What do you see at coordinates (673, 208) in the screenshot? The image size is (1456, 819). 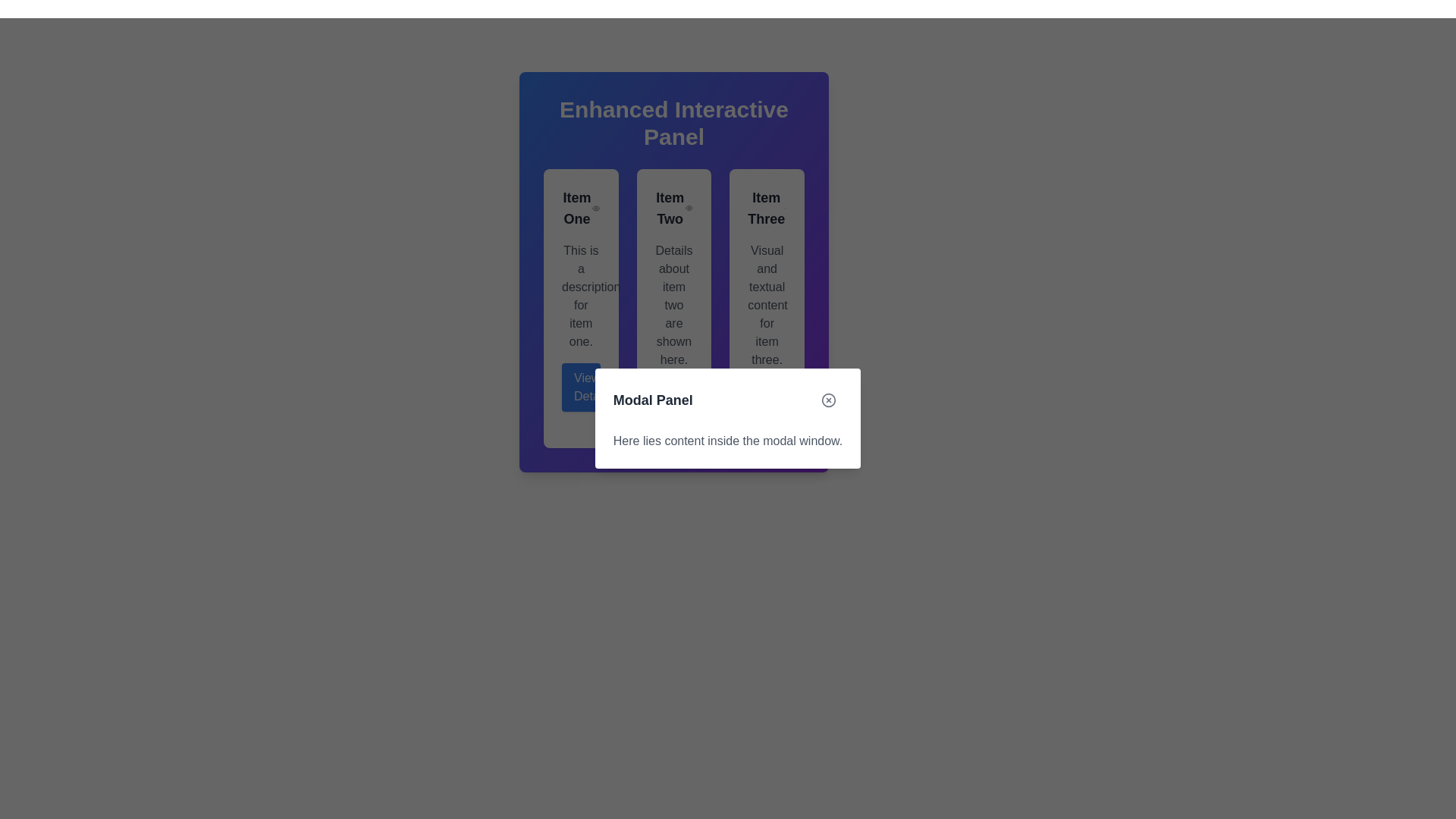 I see `the Label with Icon that serves as a title or header for its associated panel, located at the topmost position above the description text and 'View Details' button` at bounding box center [673, 208].